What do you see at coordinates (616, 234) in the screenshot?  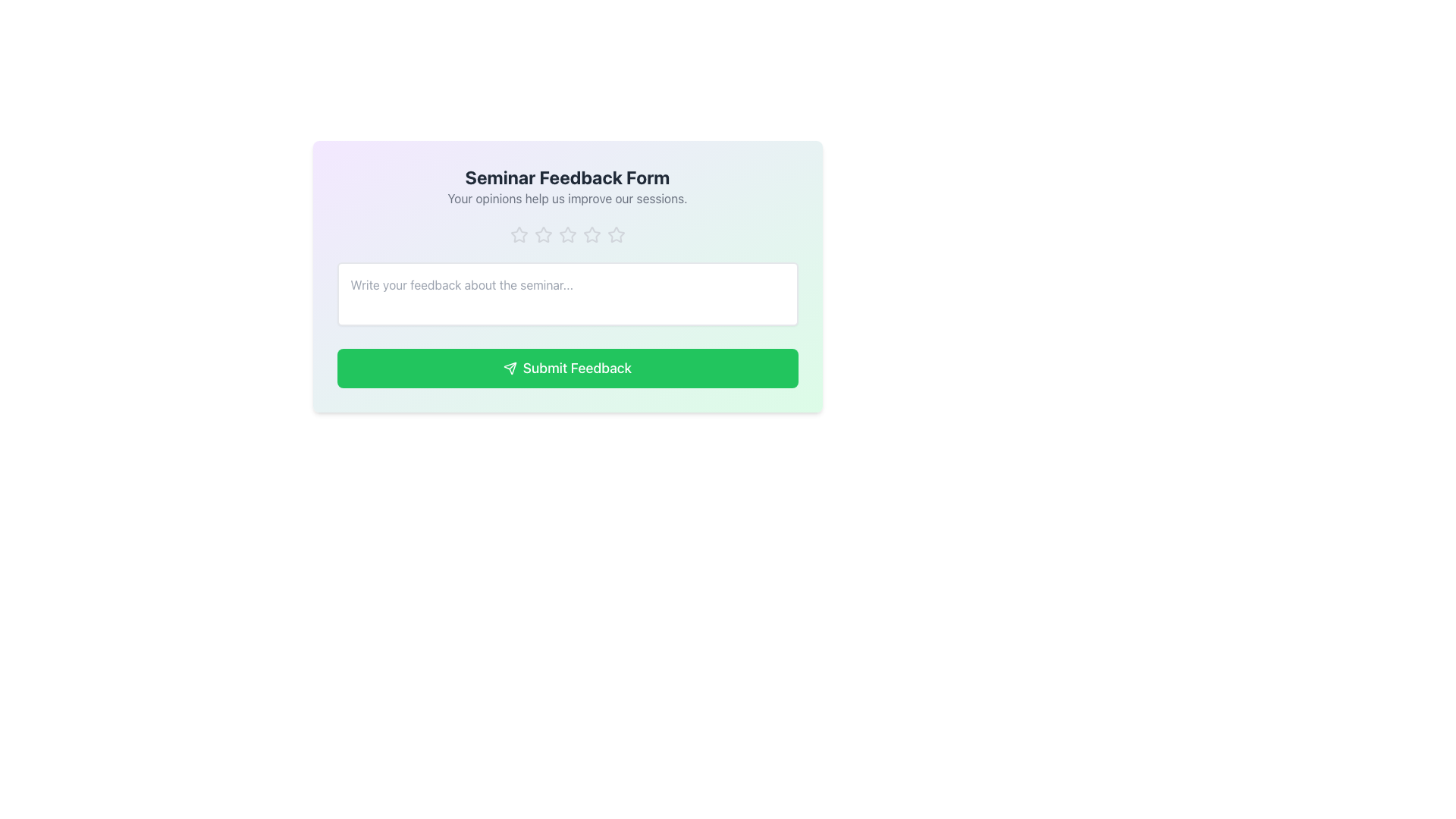 I see `the fifth star icon in the star rating component for keyboard interaction` at bounding box center [616, 234].